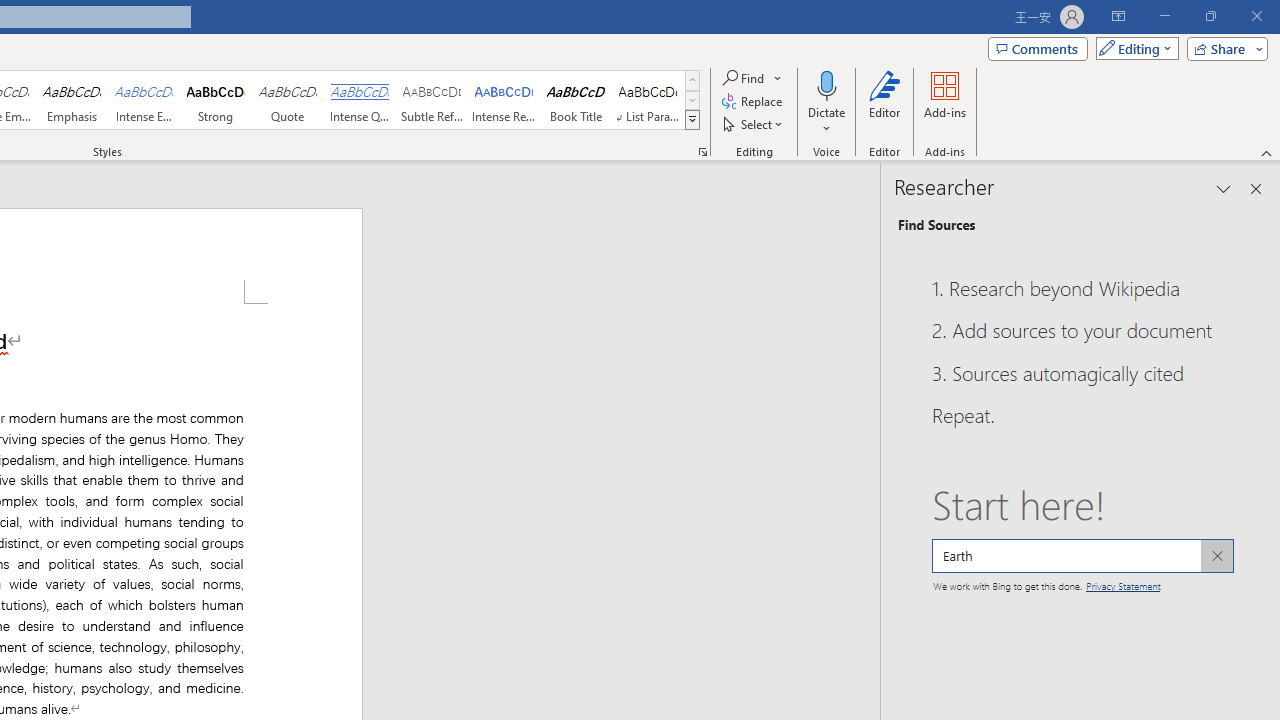  I want to click on 'Find Sources', so click(935, 225).